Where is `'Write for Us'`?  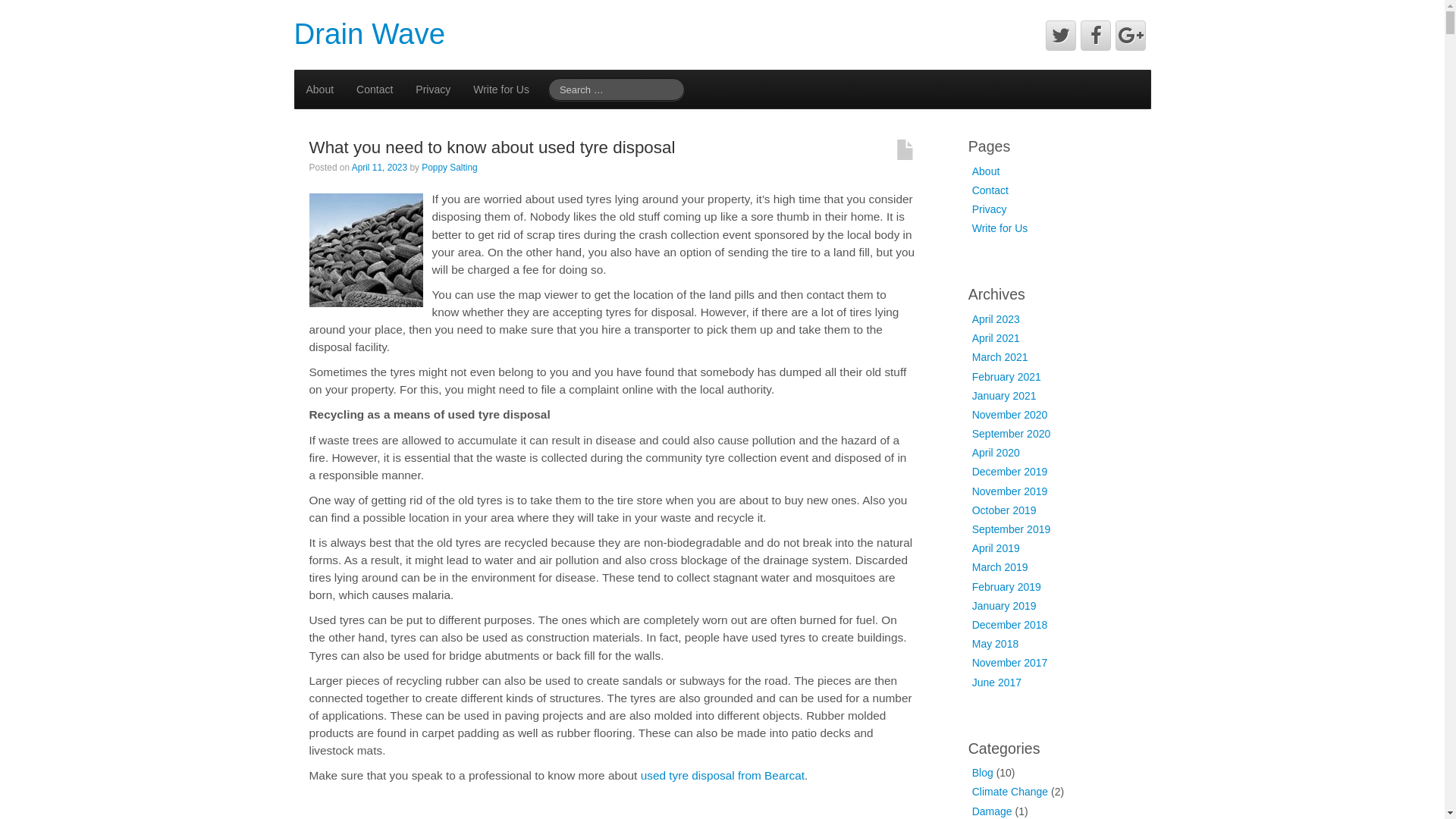
'Write for Us' is located at coordinates (501, 89).